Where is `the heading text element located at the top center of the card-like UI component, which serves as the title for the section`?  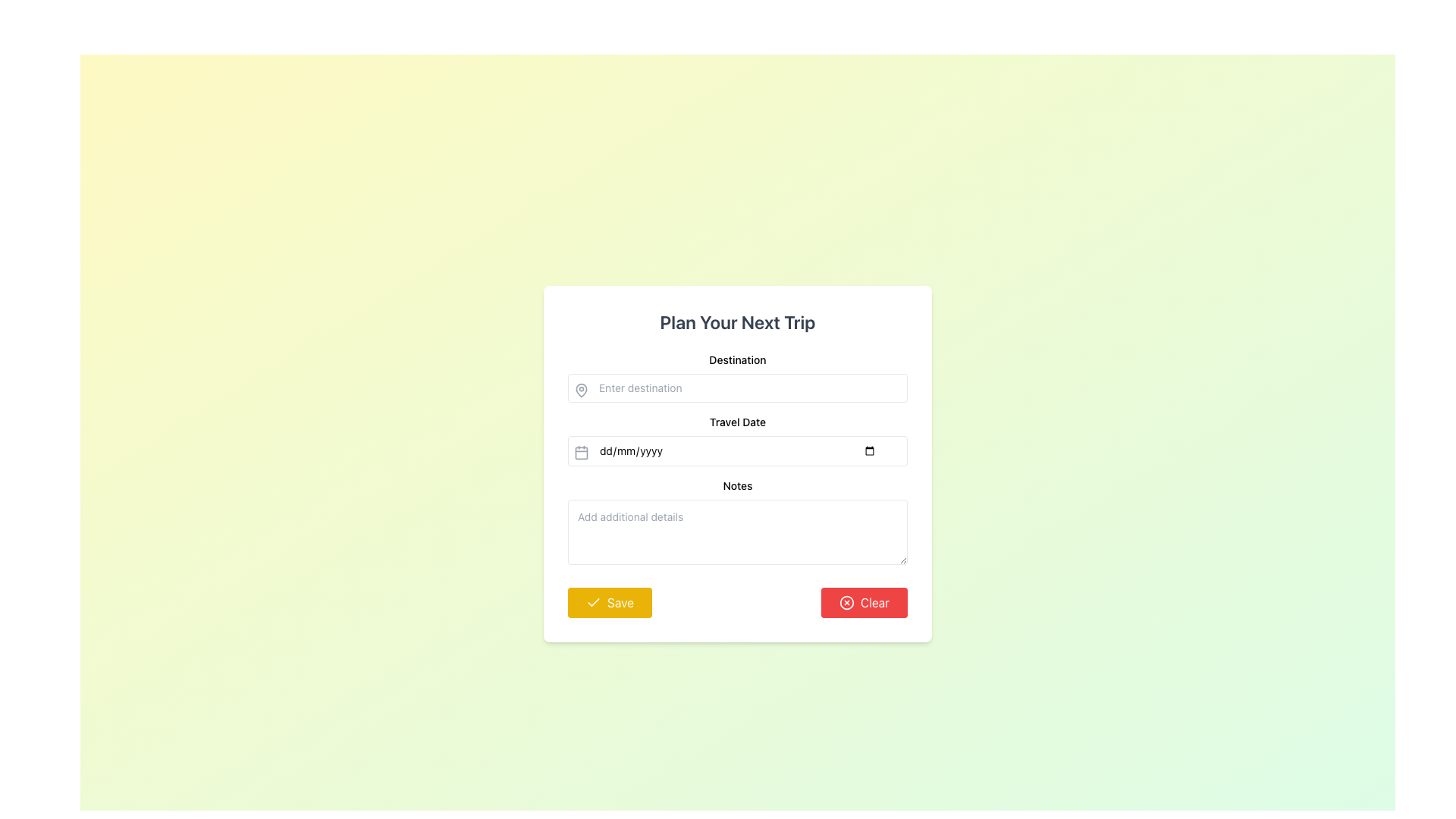 the heading text element located at the top center of the card-like UI component, which serves as the title for the section is located at coordinates (738, 321).